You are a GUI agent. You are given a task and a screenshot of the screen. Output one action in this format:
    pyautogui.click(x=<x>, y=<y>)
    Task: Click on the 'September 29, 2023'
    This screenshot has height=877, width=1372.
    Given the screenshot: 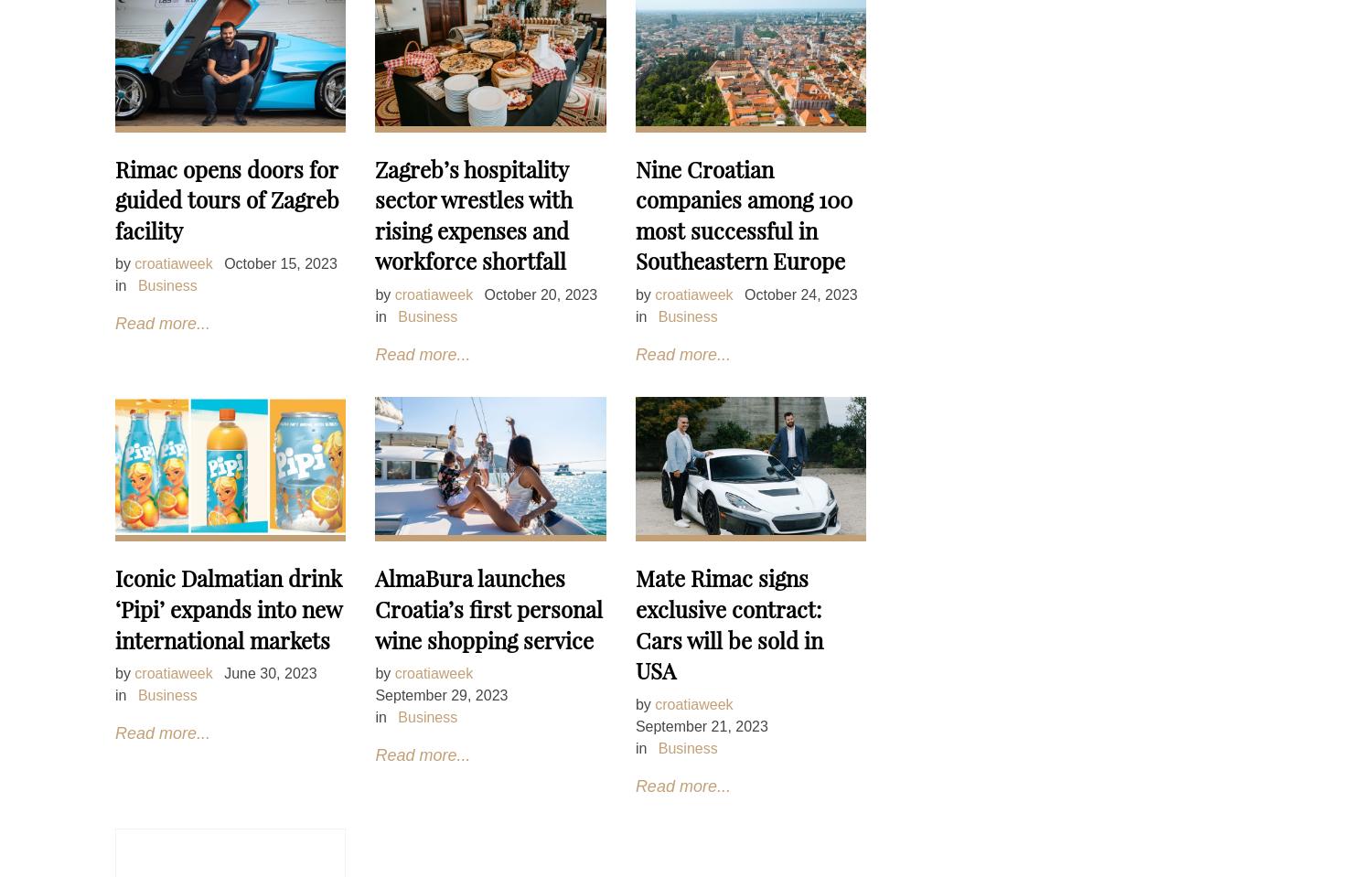 What is the action you would take?
    pyautogui.click(x=440, y=695)
    